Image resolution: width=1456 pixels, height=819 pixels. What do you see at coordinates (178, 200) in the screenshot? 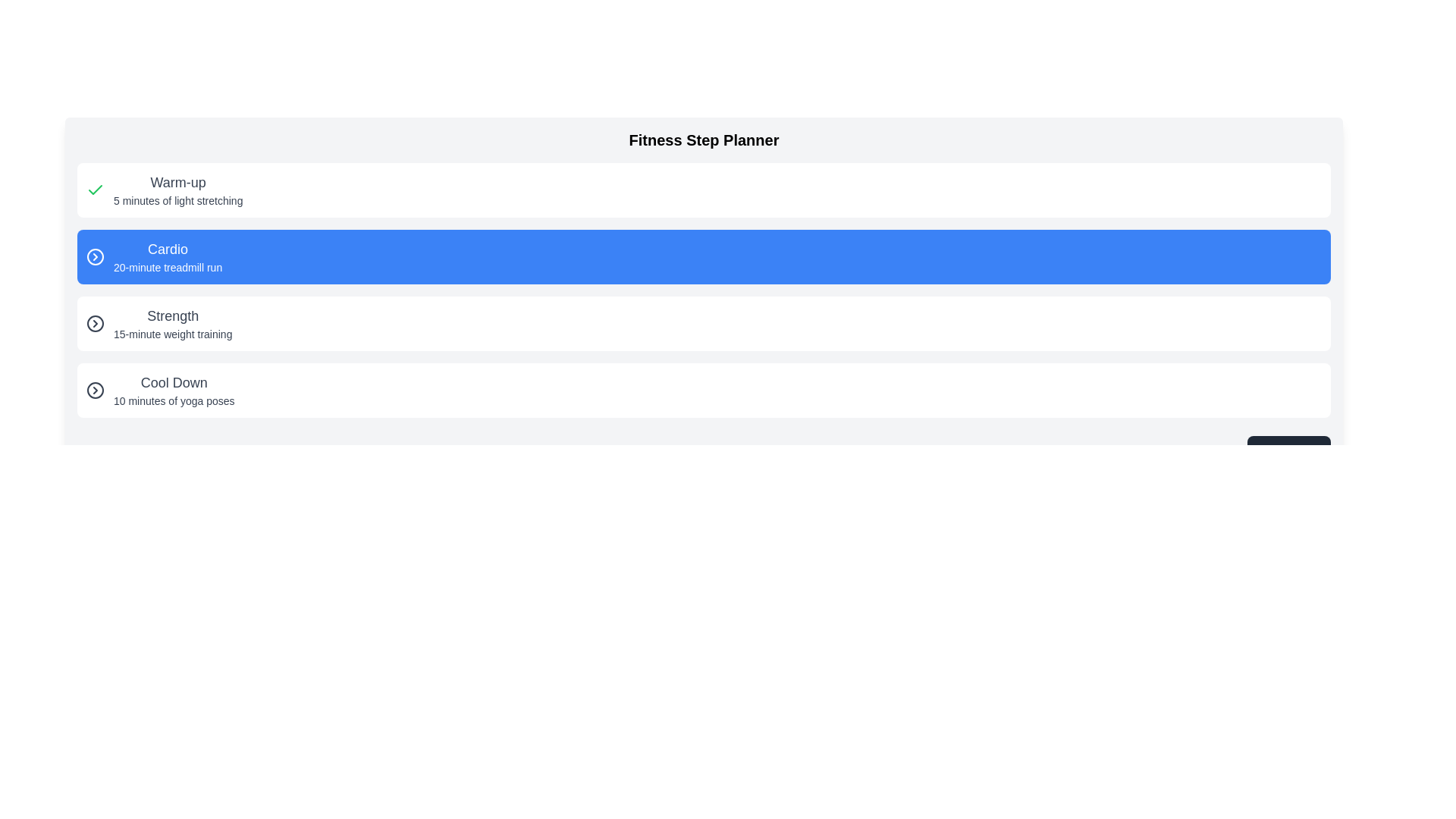
I see `the text label providing additional details about the 'Warm-up' activity, which is positioned directly beneath the 'Warm-up' heading` at bounding box center [178, 200].